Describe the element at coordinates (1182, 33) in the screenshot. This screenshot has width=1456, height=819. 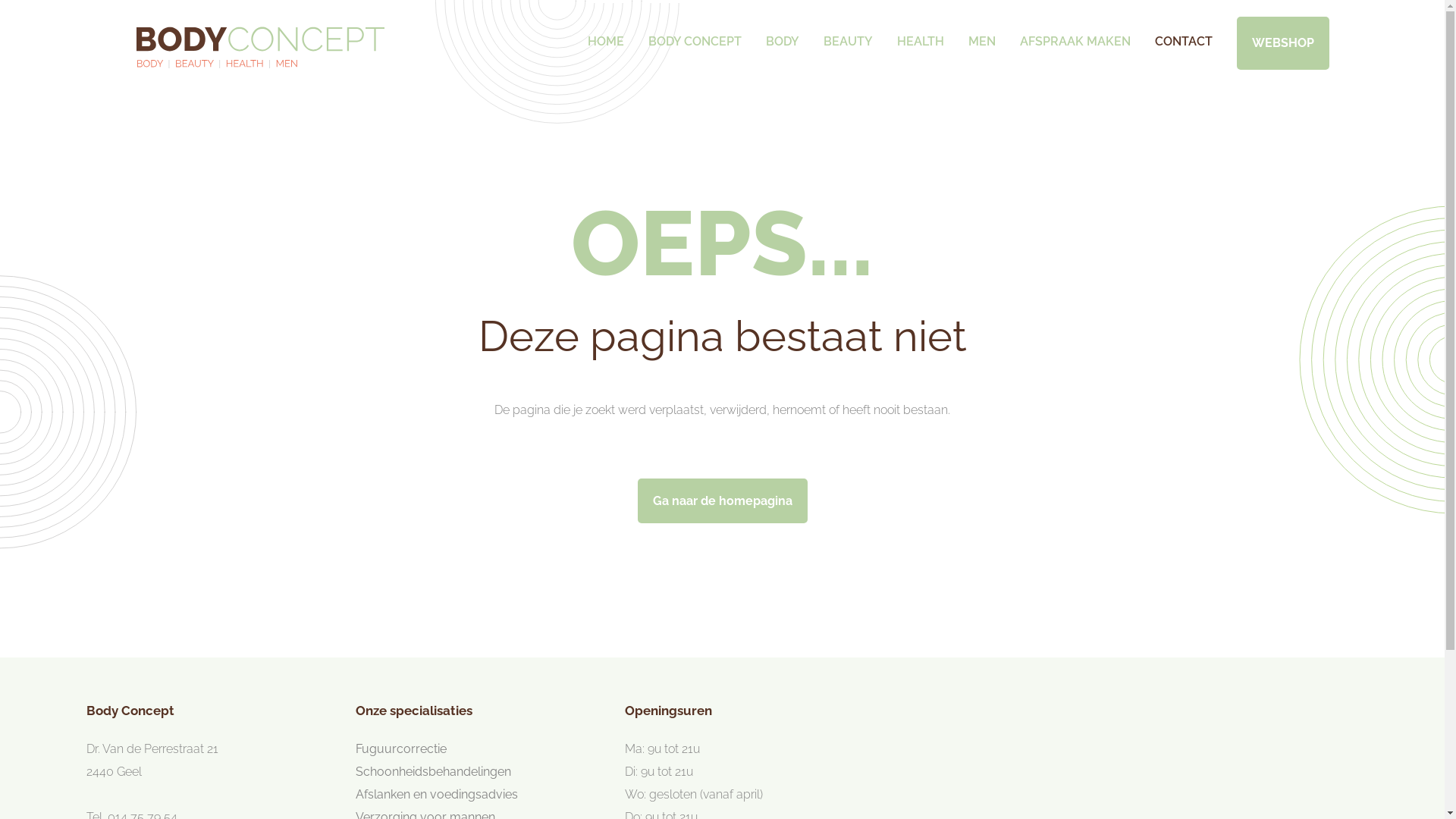
I see `'CONTACT'` at that location.